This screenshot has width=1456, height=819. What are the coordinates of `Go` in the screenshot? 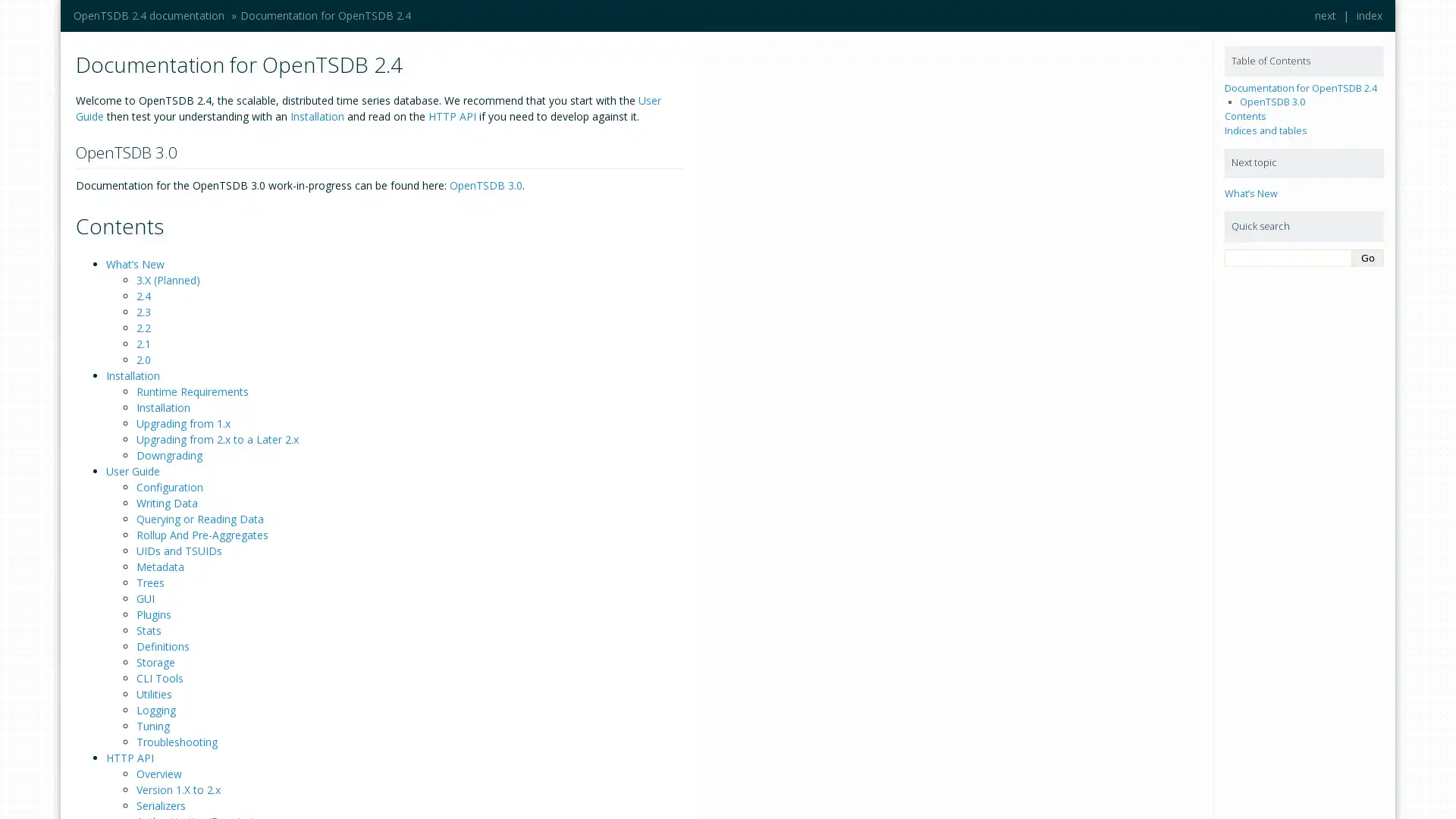 It's located at (1368, 256).